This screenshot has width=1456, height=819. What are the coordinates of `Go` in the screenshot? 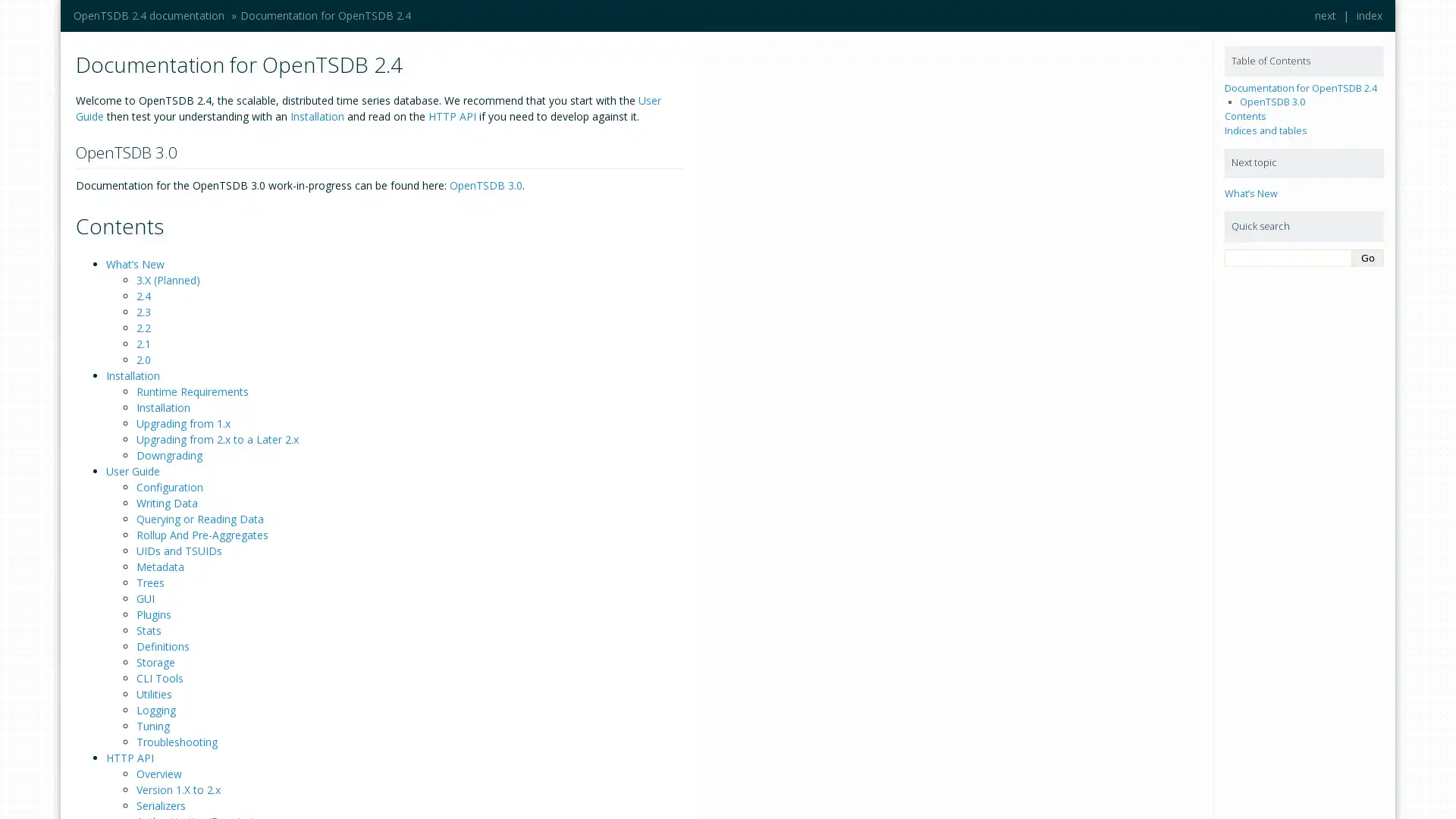 It's located at (1368, 256).